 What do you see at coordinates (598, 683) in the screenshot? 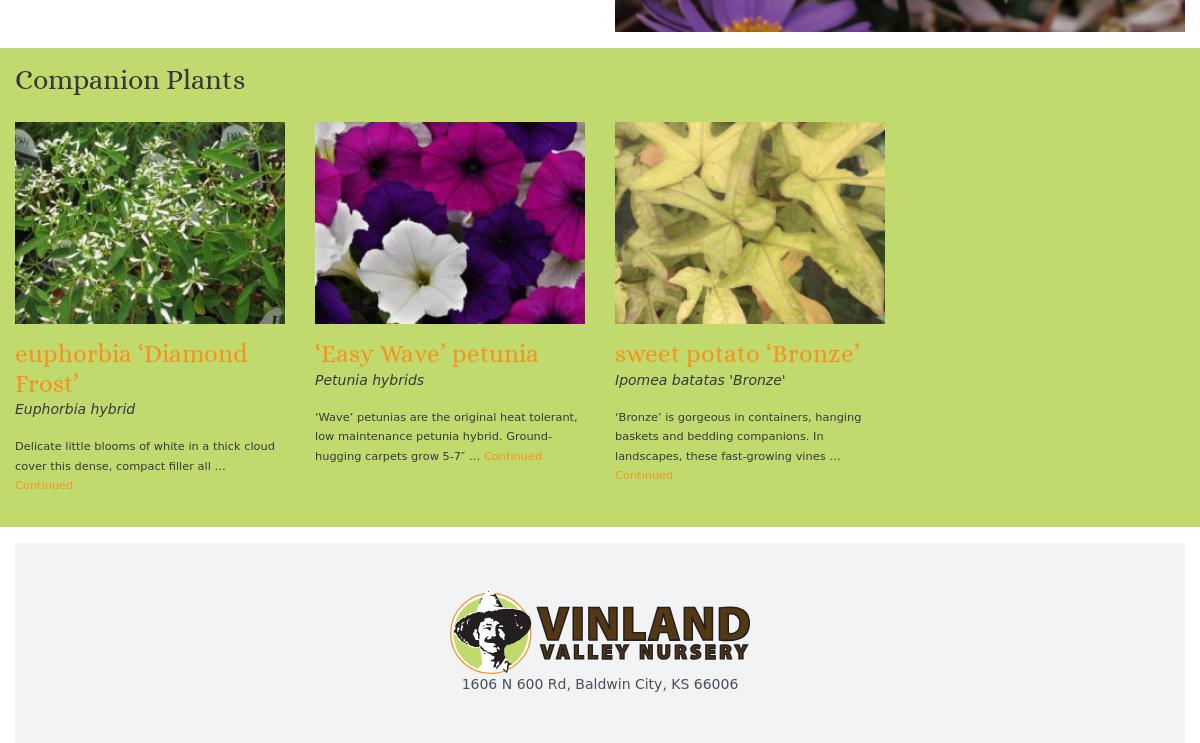
I see `'1606 N 600 Rd, Baldwin City, KS 66006'` at bounding box center [598, 683].